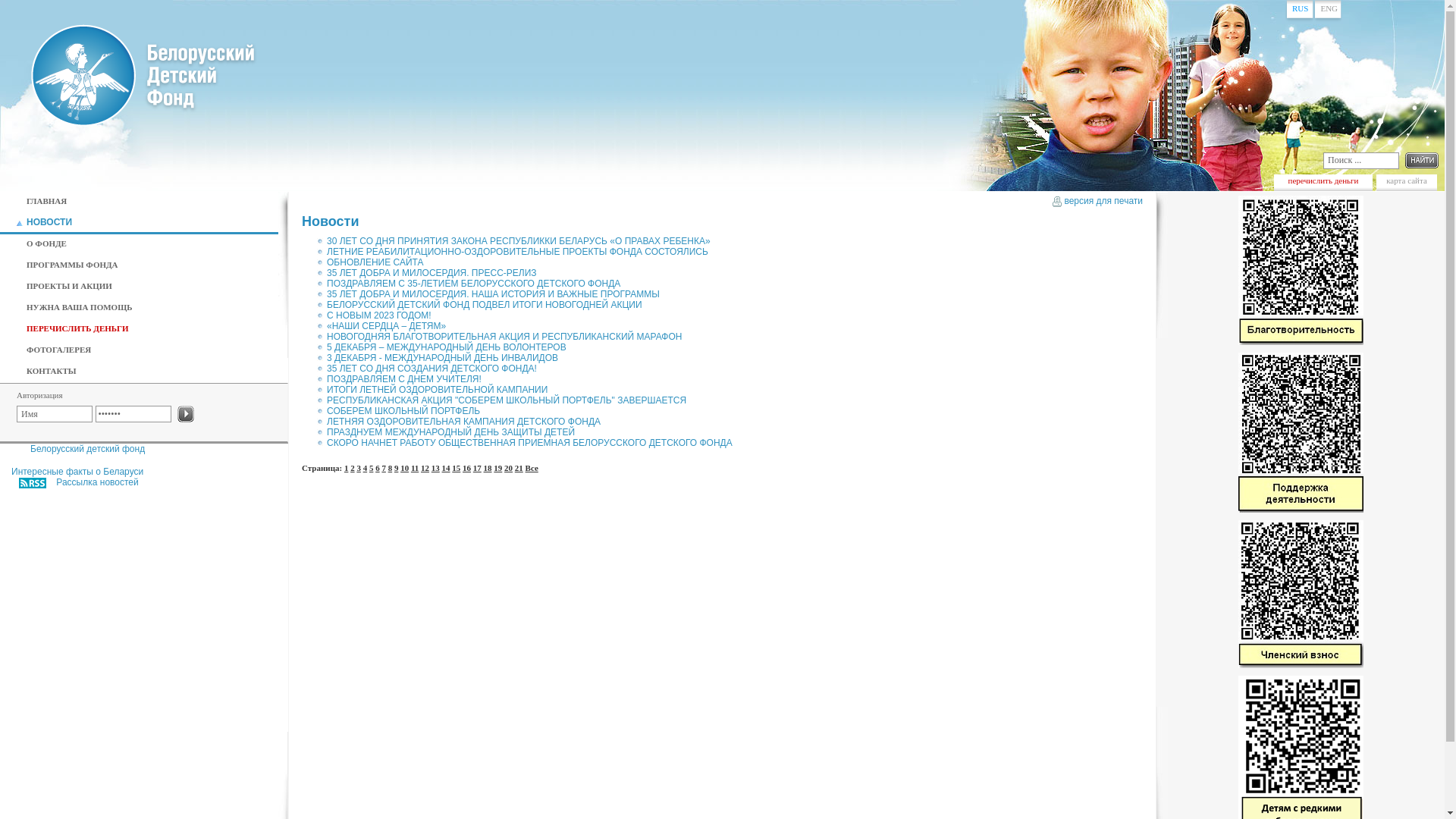 This screenshot has height=819, width=1456. I want to click on '18', so click(488, 463).